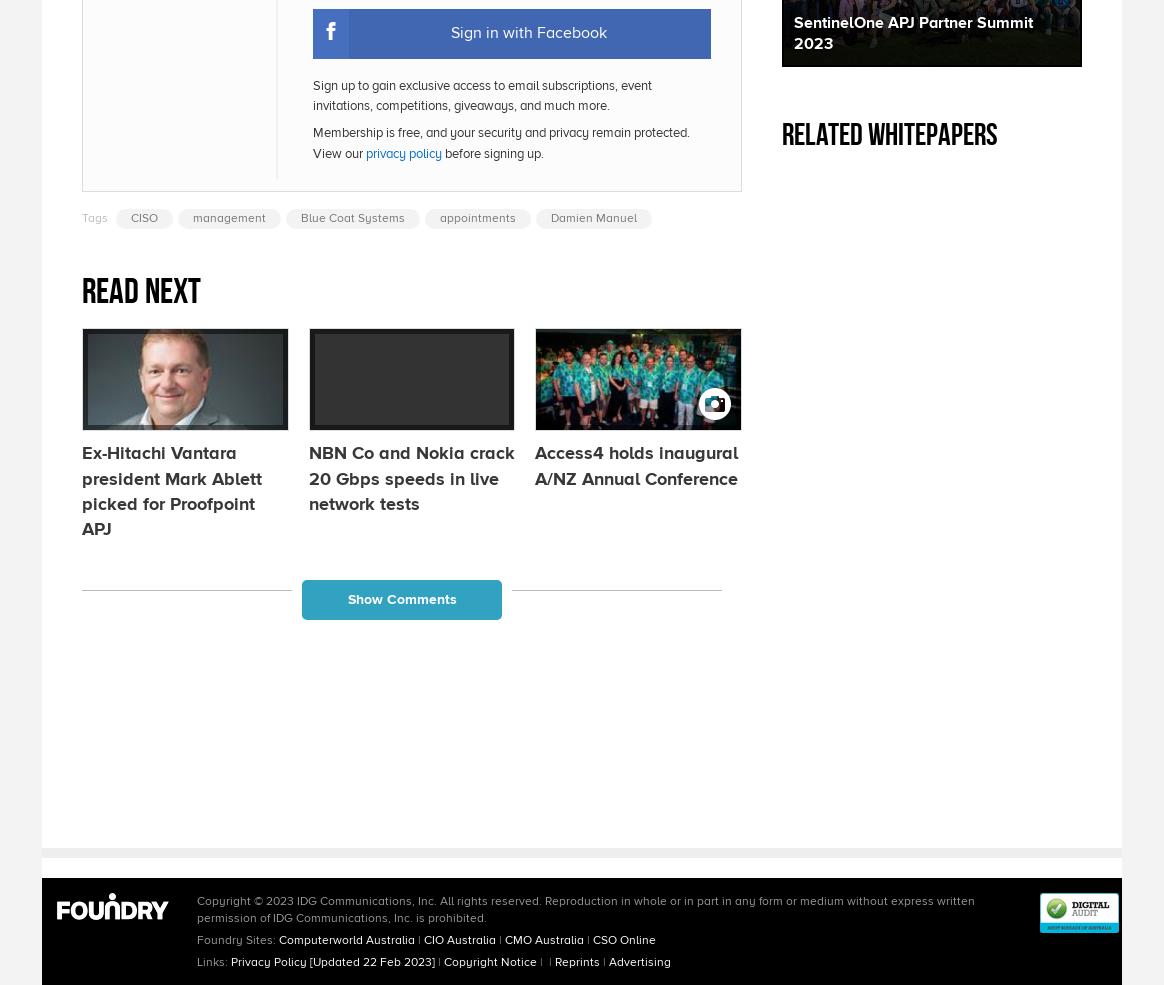 The height and width of the screenshot is (985, 1164). I want to click on 'Foundry Sites:', so click(196, 939).